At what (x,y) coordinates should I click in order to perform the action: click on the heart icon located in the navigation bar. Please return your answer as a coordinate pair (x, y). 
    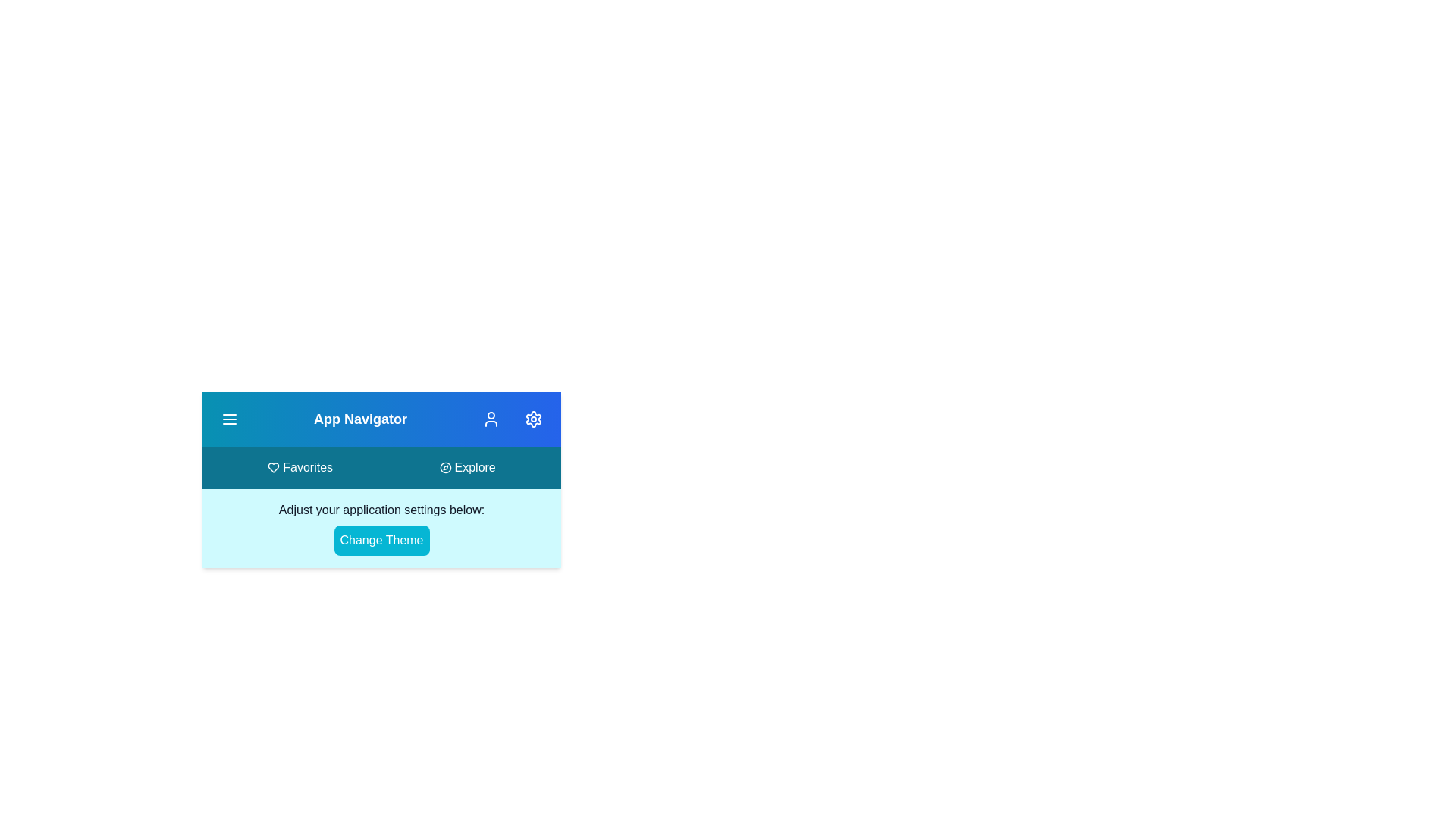
    Looking at the image, I should click on (273, 467).